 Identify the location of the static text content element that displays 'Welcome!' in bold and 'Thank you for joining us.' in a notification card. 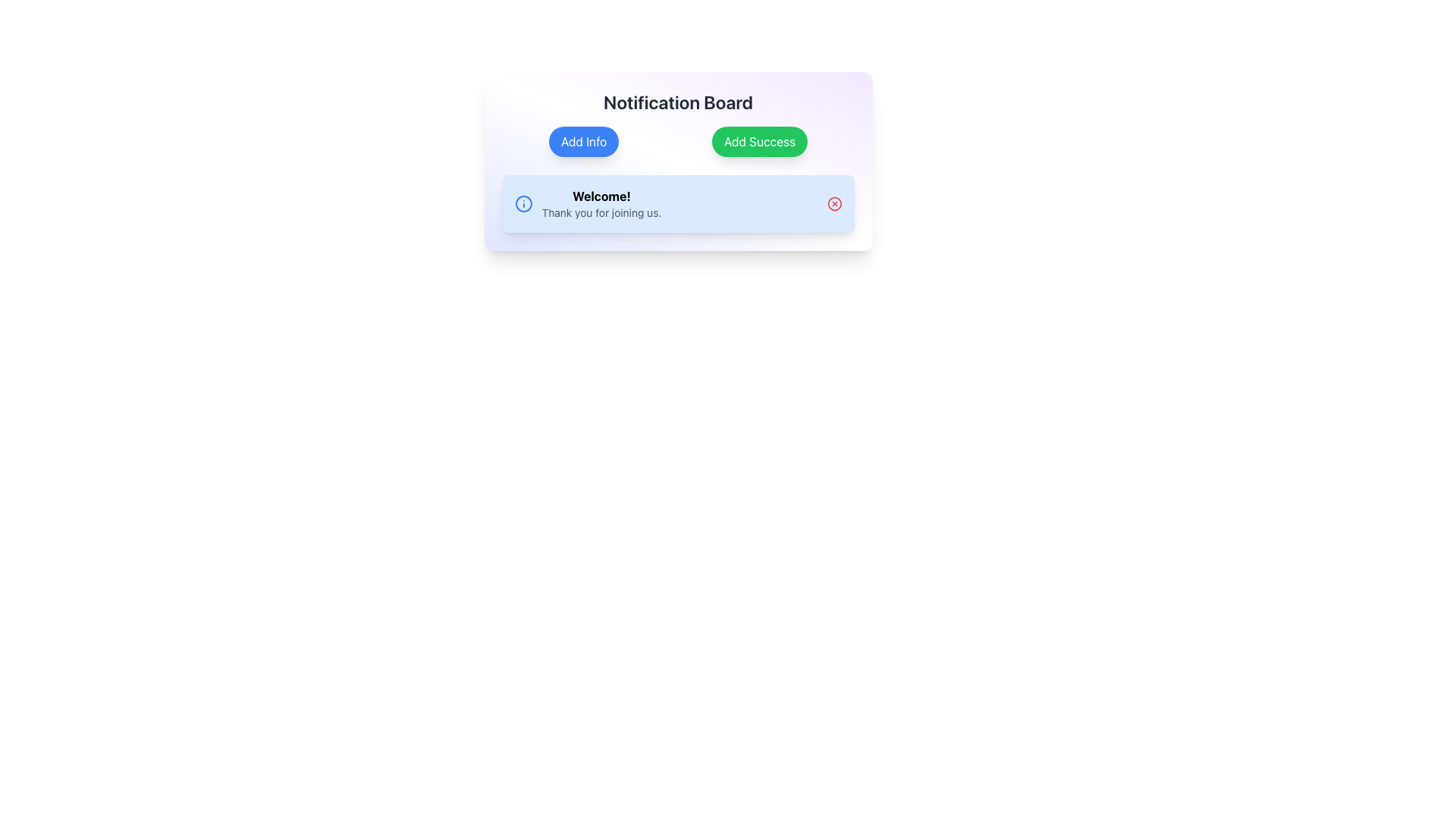
(601, 203).